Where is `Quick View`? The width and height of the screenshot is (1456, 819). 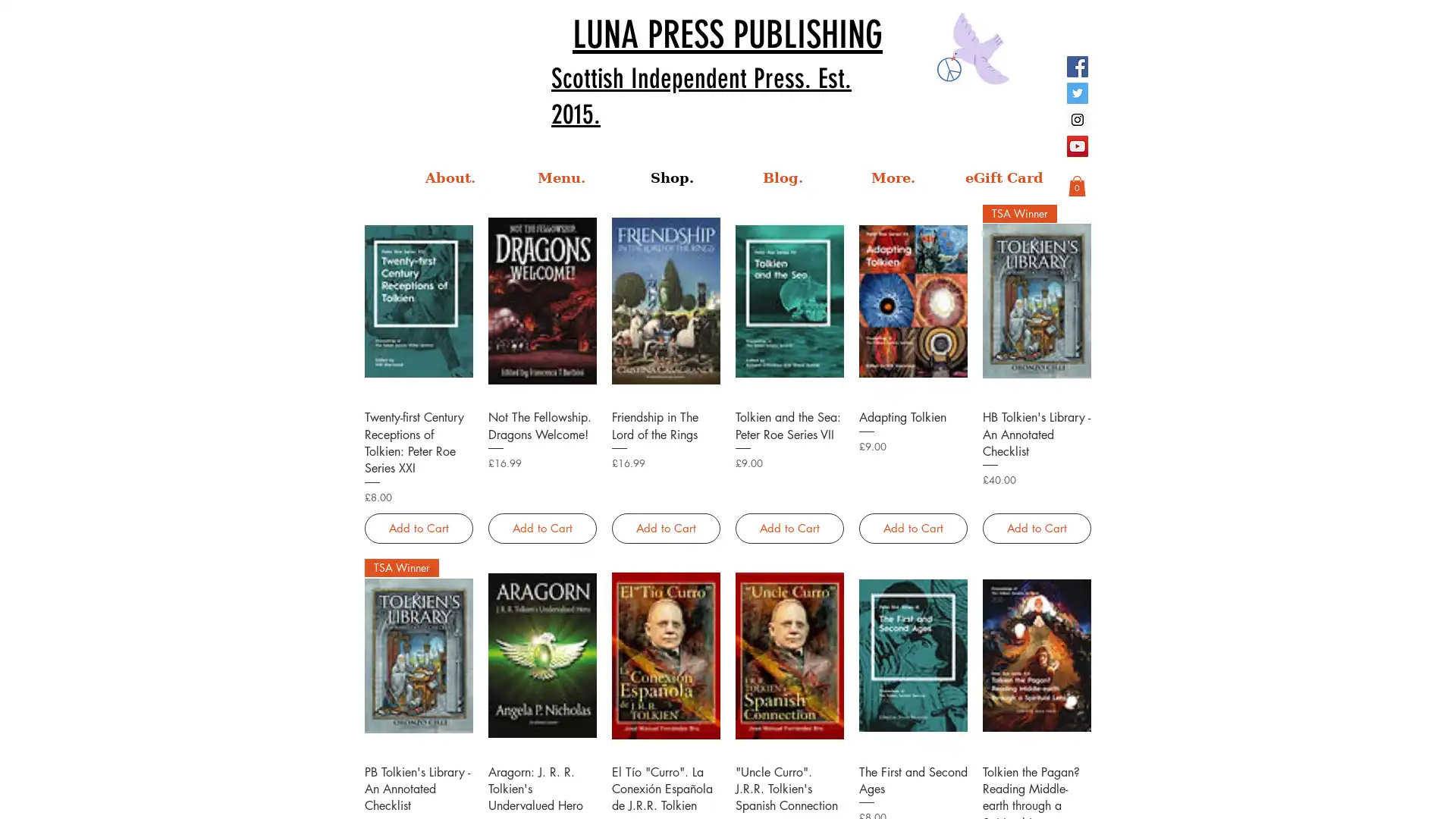
Quick View is located at coordinates (541, 770).